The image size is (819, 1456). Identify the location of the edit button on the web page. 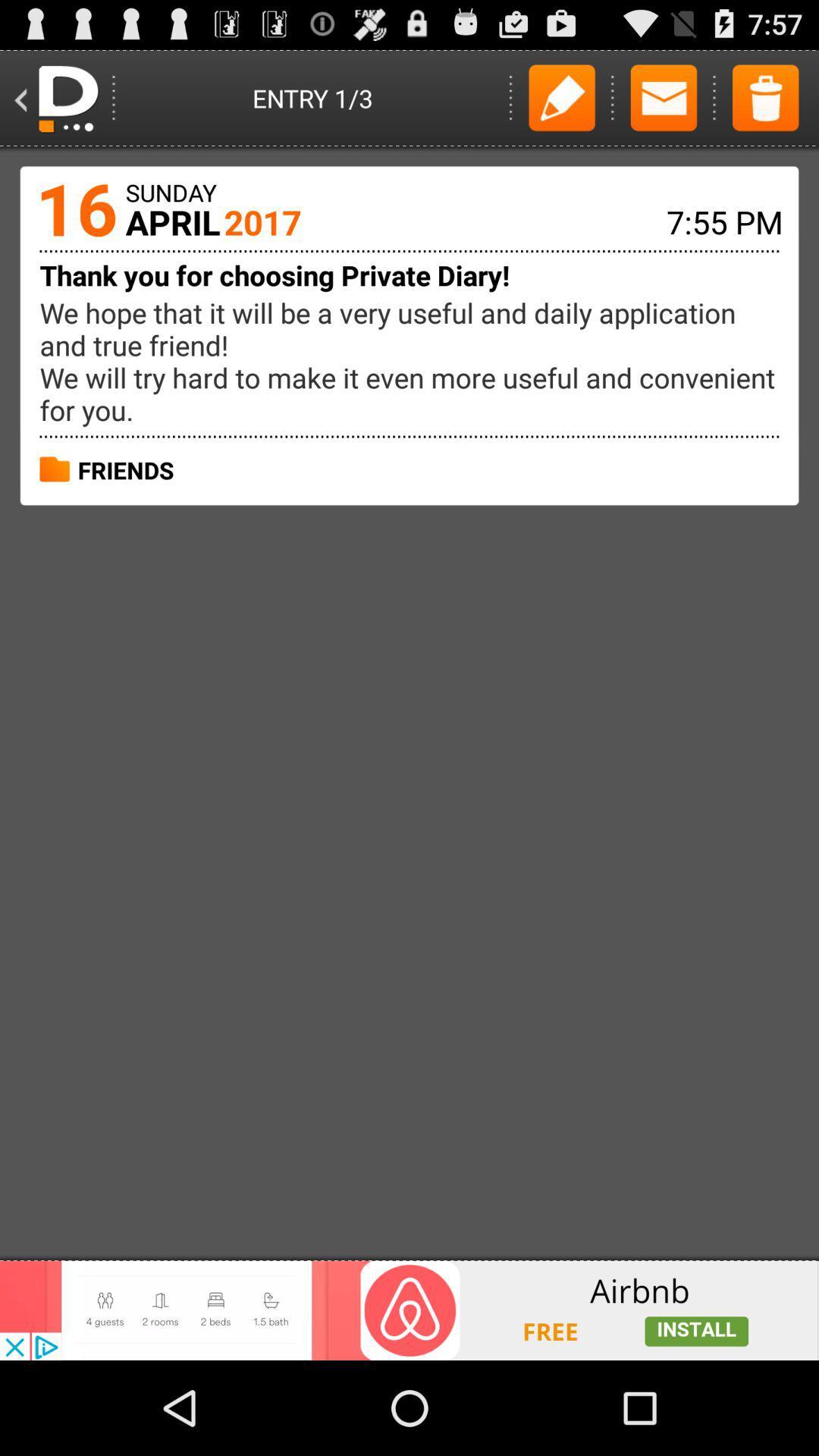
(562, 97).